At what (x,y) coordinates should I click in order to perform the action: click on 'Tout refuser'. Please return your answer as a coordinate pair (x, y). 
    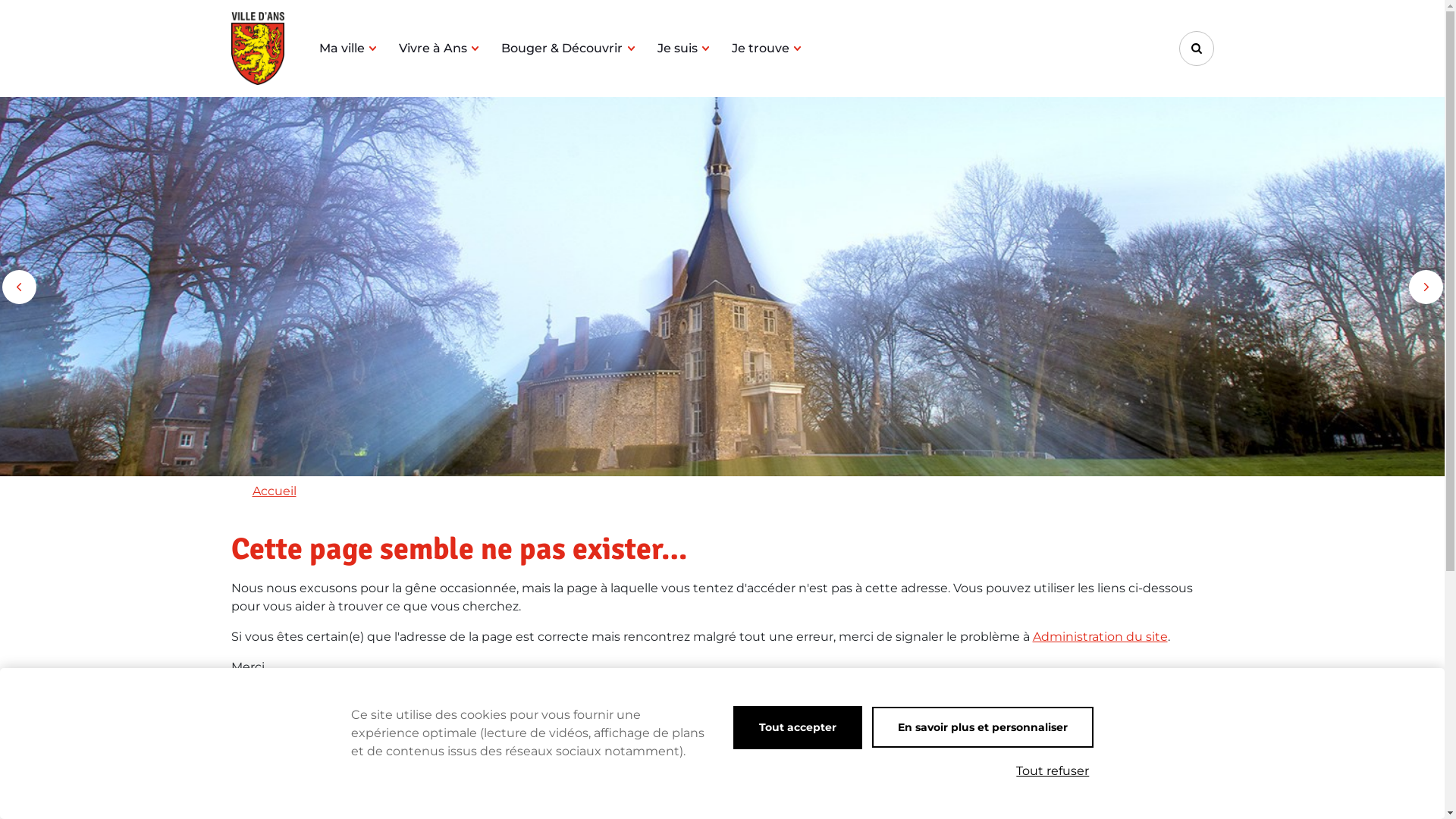
    Looking at the image, I should click on (1051, 771).